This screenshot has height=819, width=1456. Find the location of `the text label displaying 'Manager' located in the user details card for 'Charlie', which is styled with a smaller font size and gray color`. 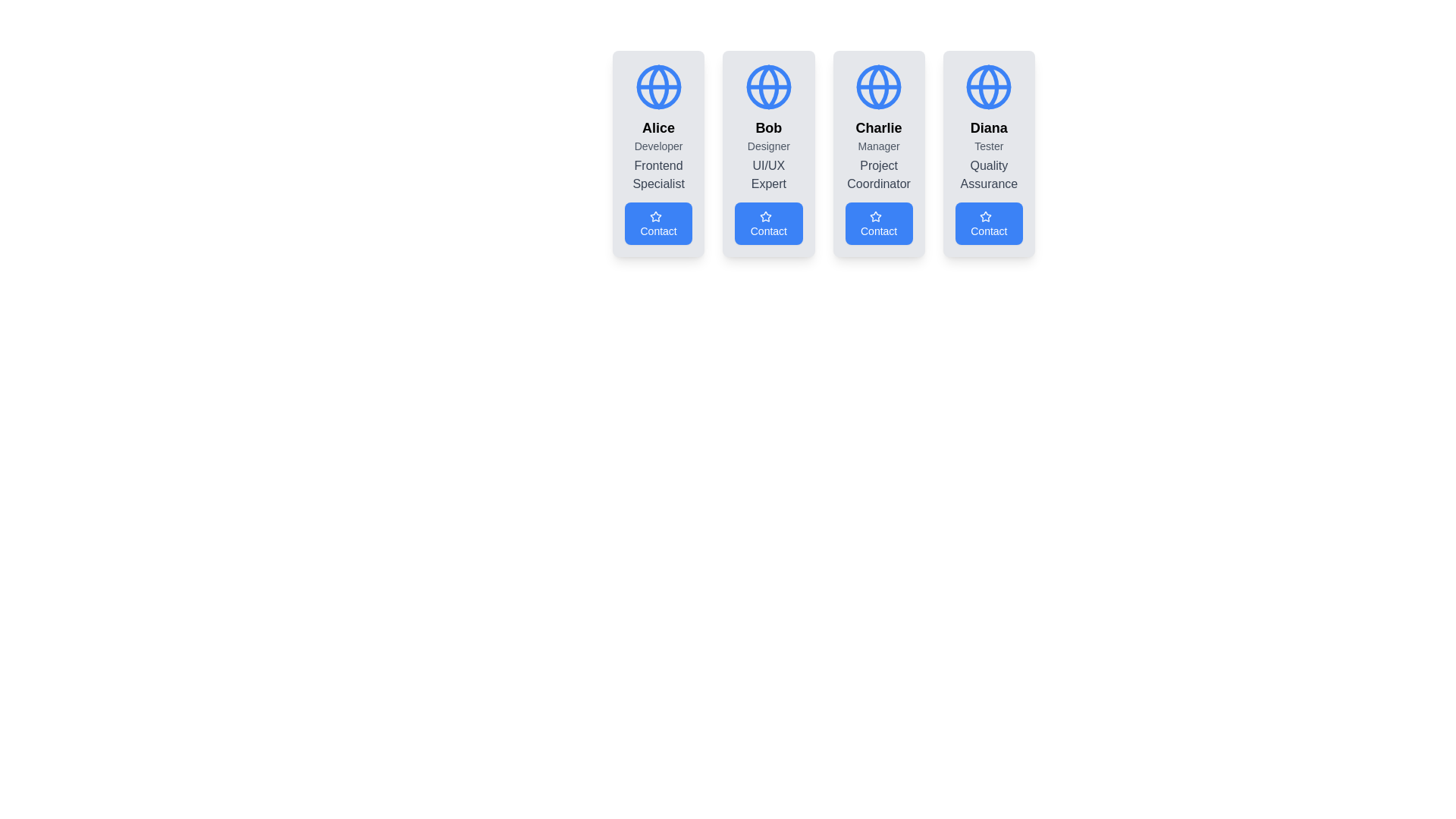

the text label displaying 'Manager' located in the user details card for 'Charlie', which is styled with a smaller font size and gray color is located at coordinates (879, 146).